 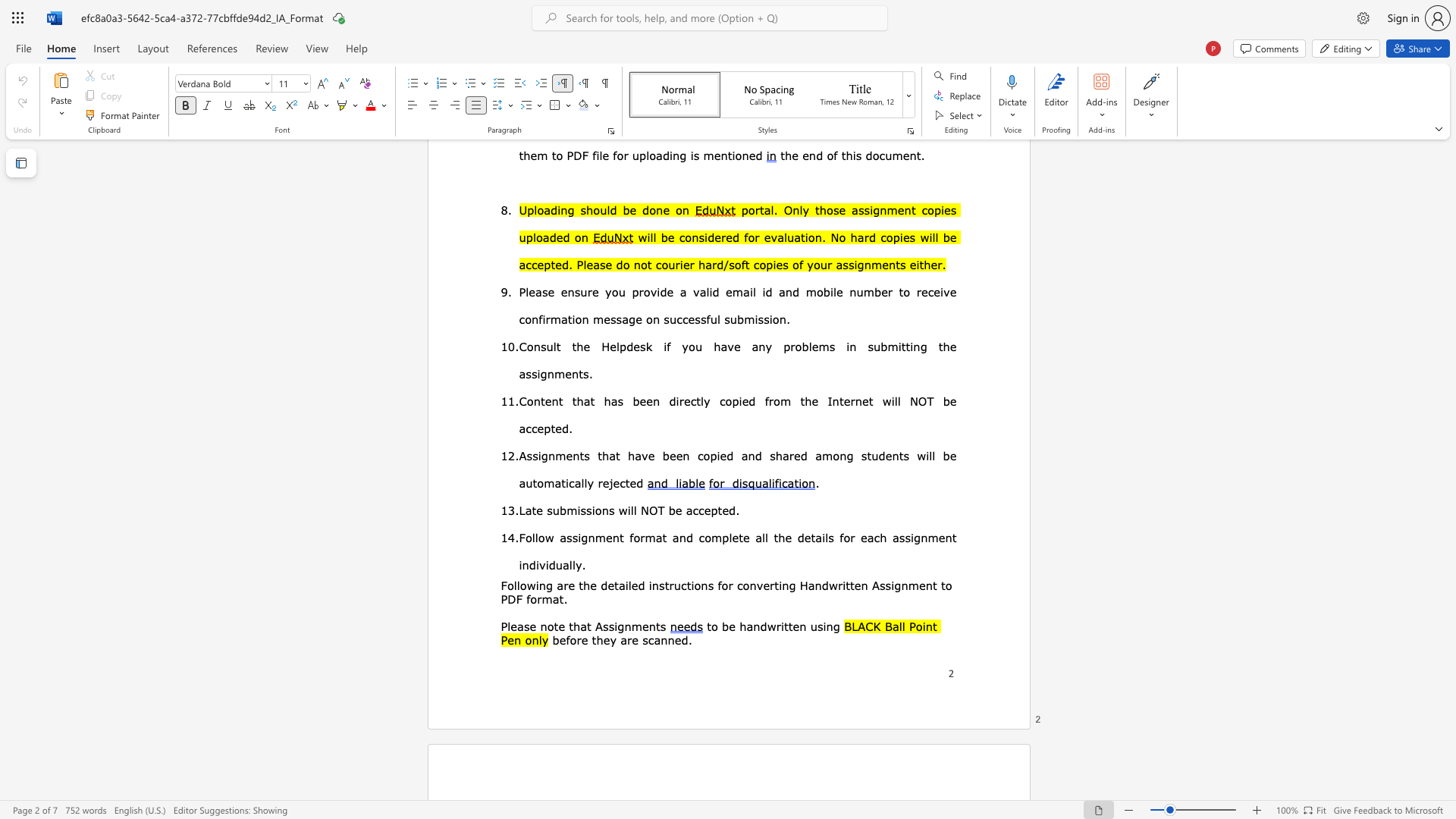 I want to click on the subset text "missions will NOT" within the text "Late submissions will NOT be accepted.", so click(x=566, y=510).